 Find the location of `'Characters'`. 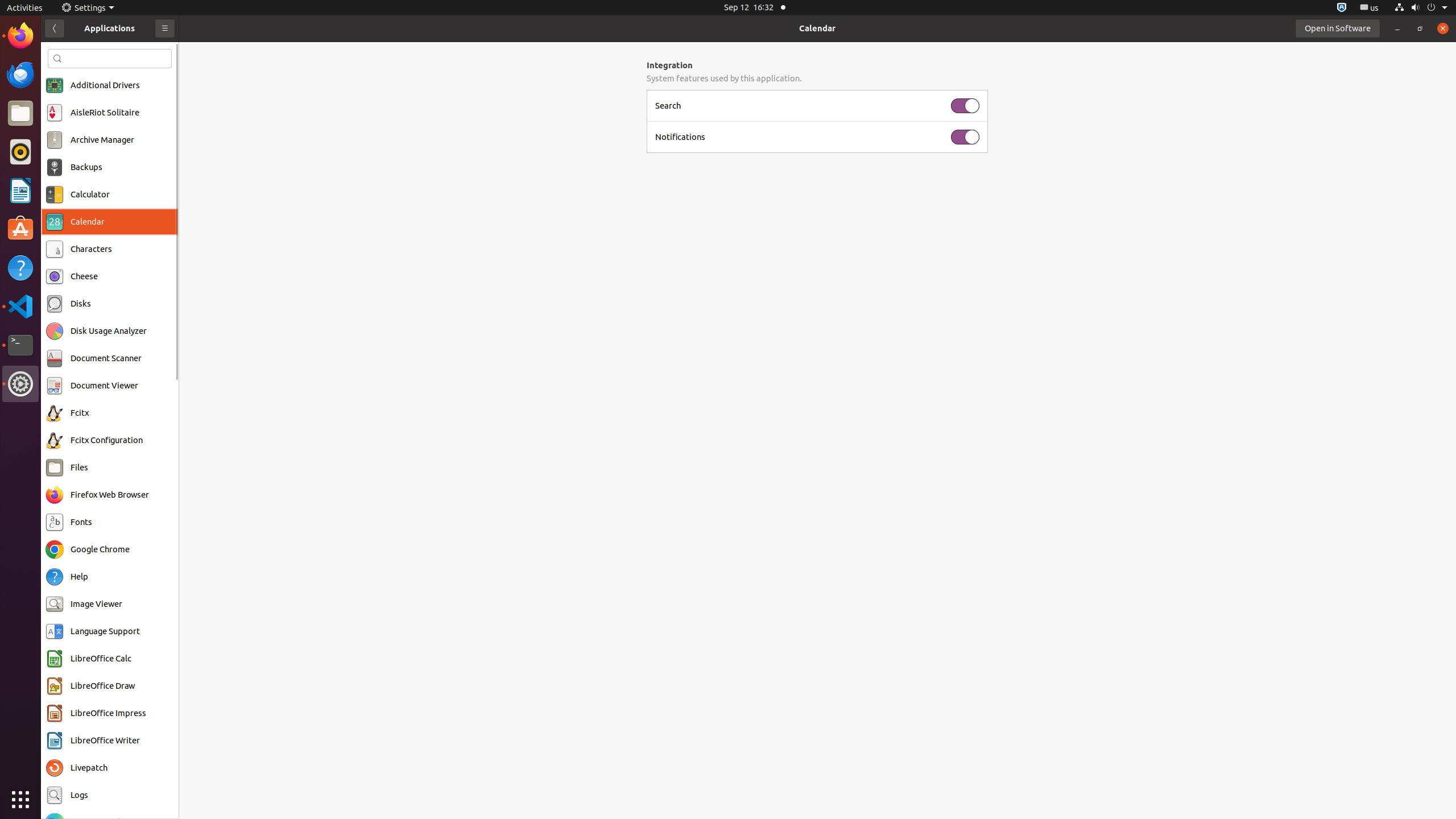

'Characters' is located at coordinates (90, 249).